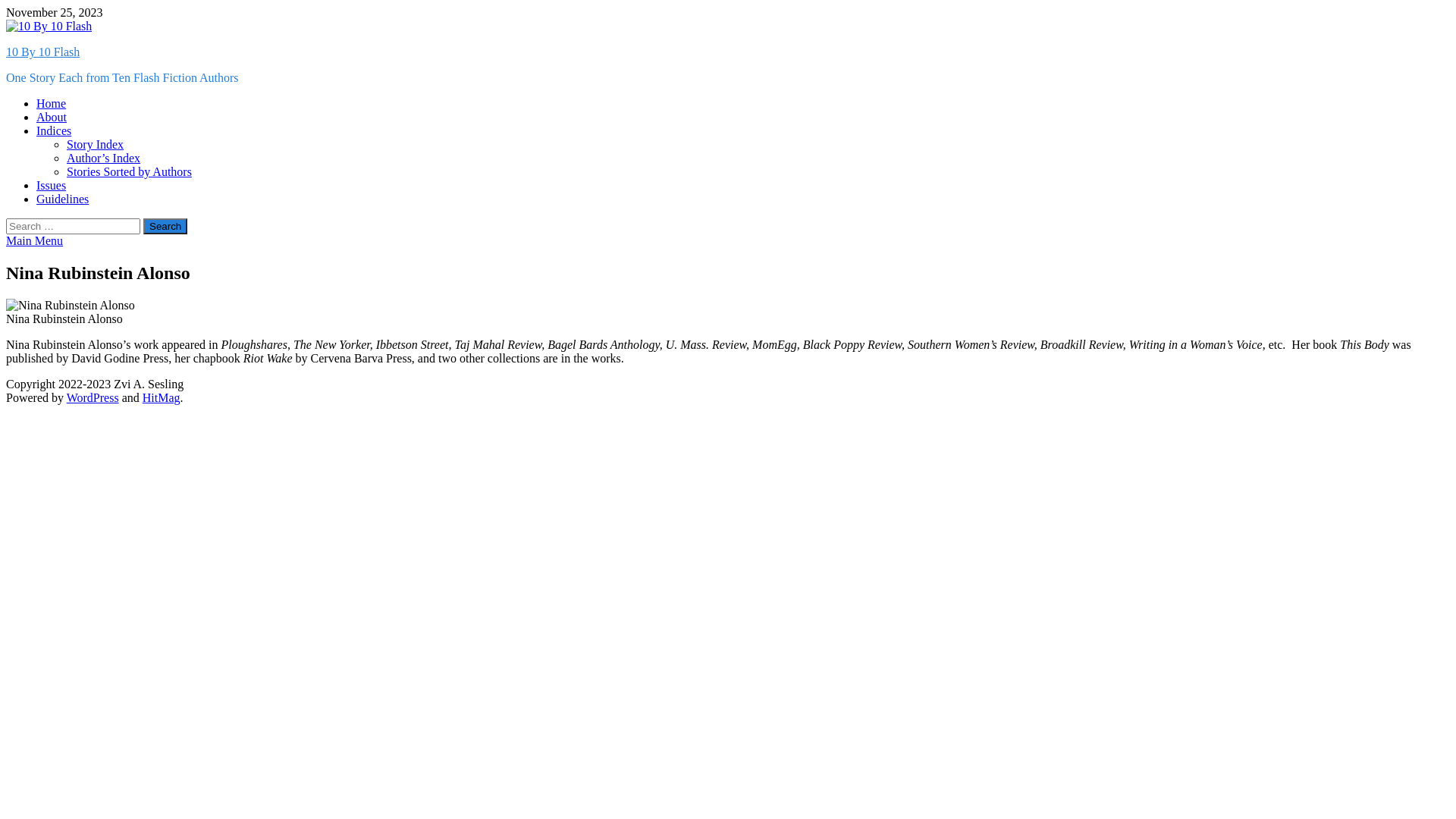  What do you see at coordinates (6, 240) in the screenshot?
I see `'Main Menu'` at bounding box center [6, 240].